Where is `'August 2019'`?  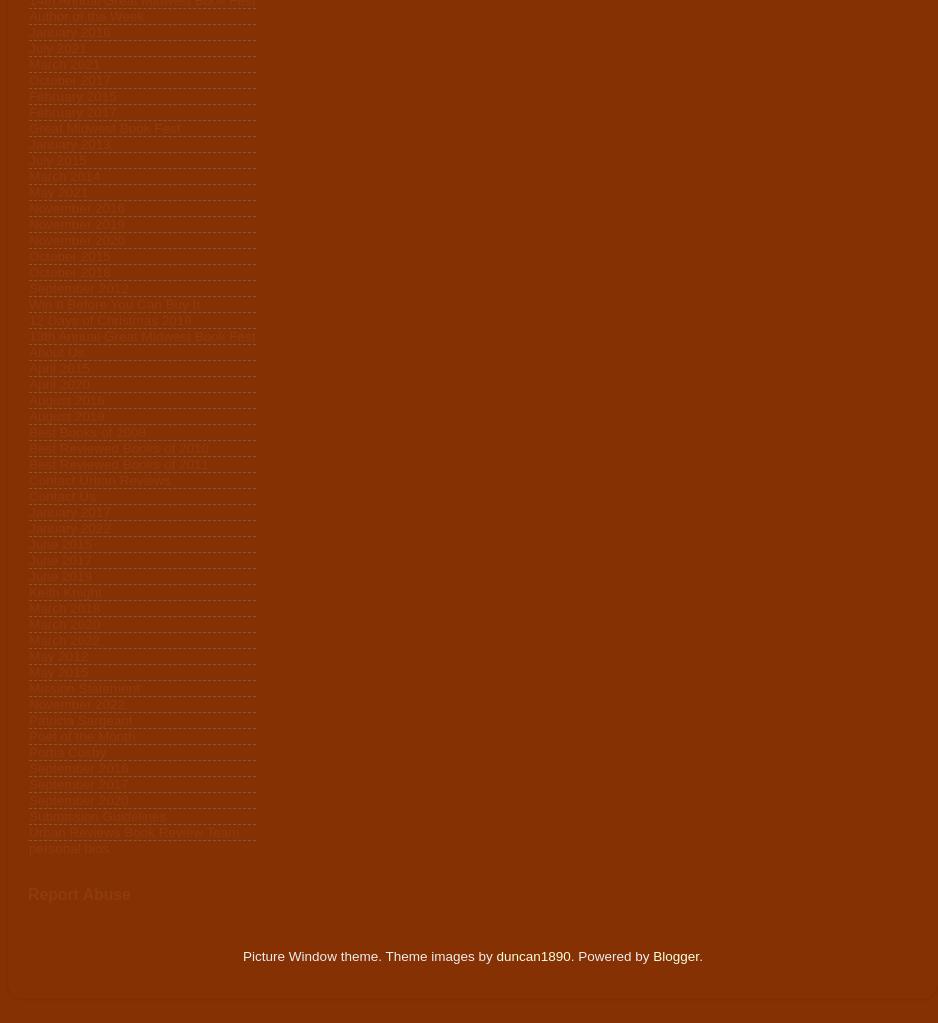
'August 2019' is located at coordinates (28, 416).